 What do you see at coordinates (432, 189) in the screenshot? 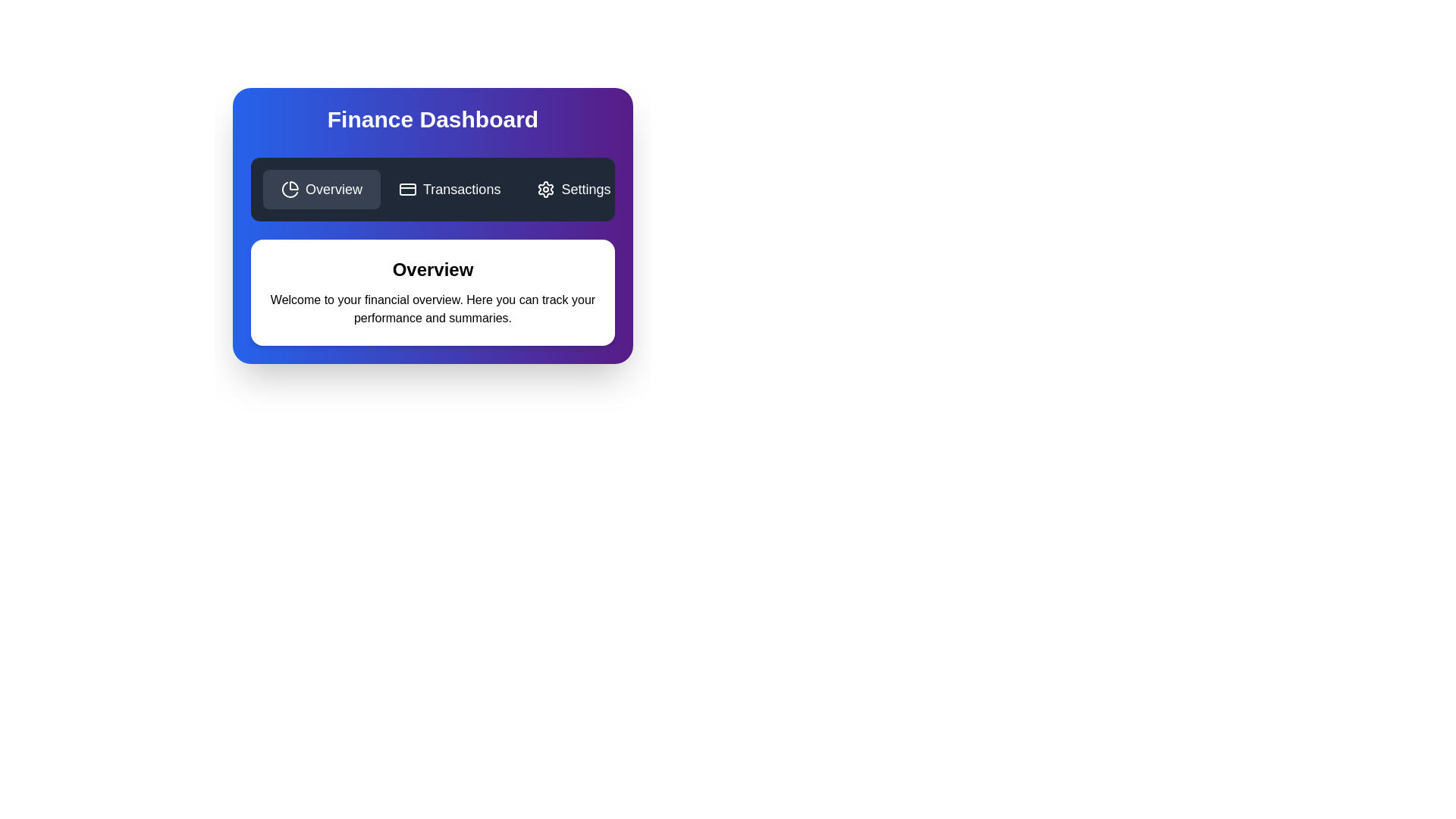
I see `the Navigation bar for potential hover effects, which includes 'Overview', 'Transactions', and 'Settings' sections` at bounding box center [432, 189].